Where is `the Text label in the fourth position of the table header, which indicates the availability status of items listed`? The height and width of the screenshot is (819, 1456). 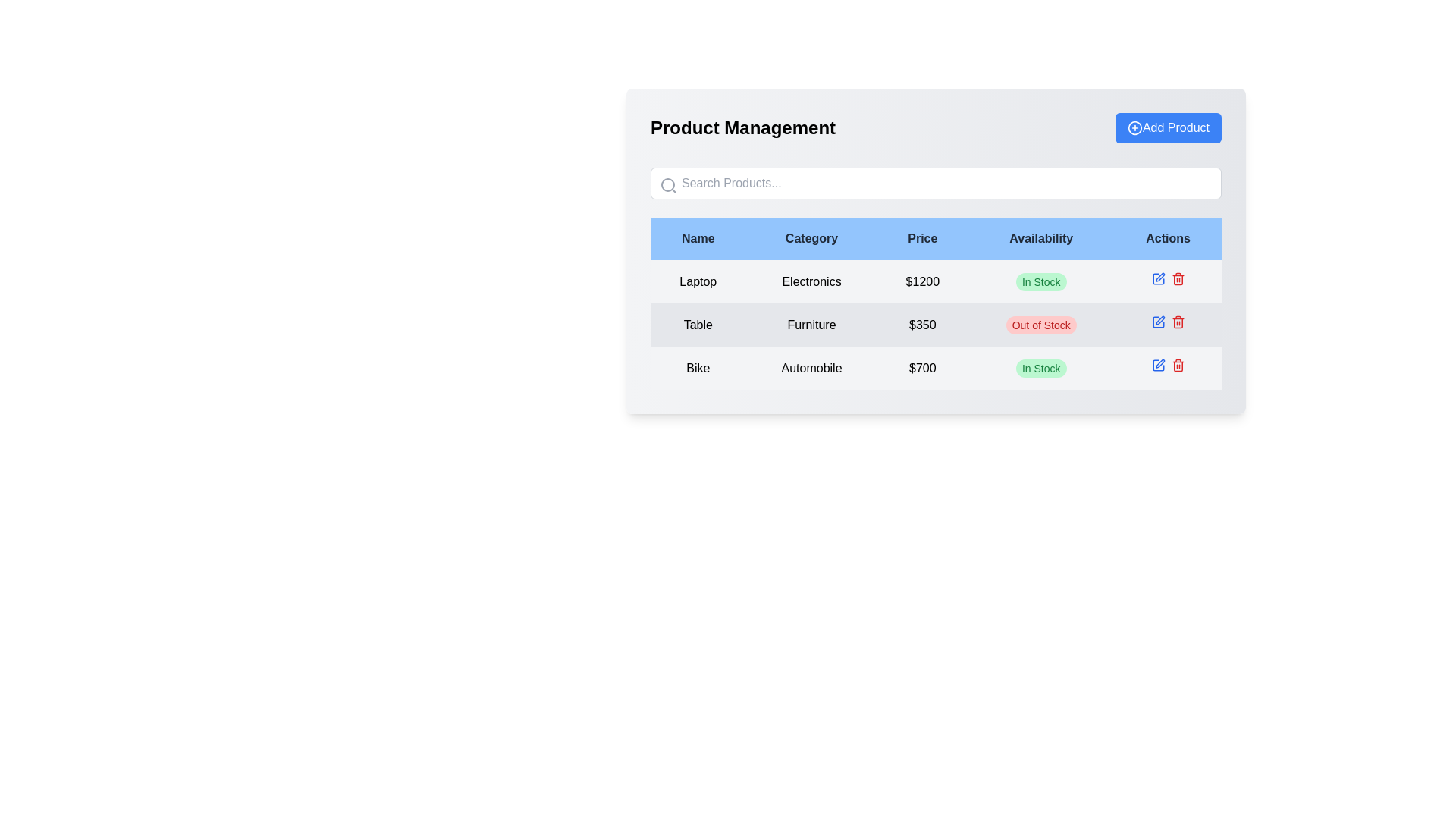
the Text label in the fourth position of the table header, which indicates the availability status of items listed is located at coordinates (1040, 239).